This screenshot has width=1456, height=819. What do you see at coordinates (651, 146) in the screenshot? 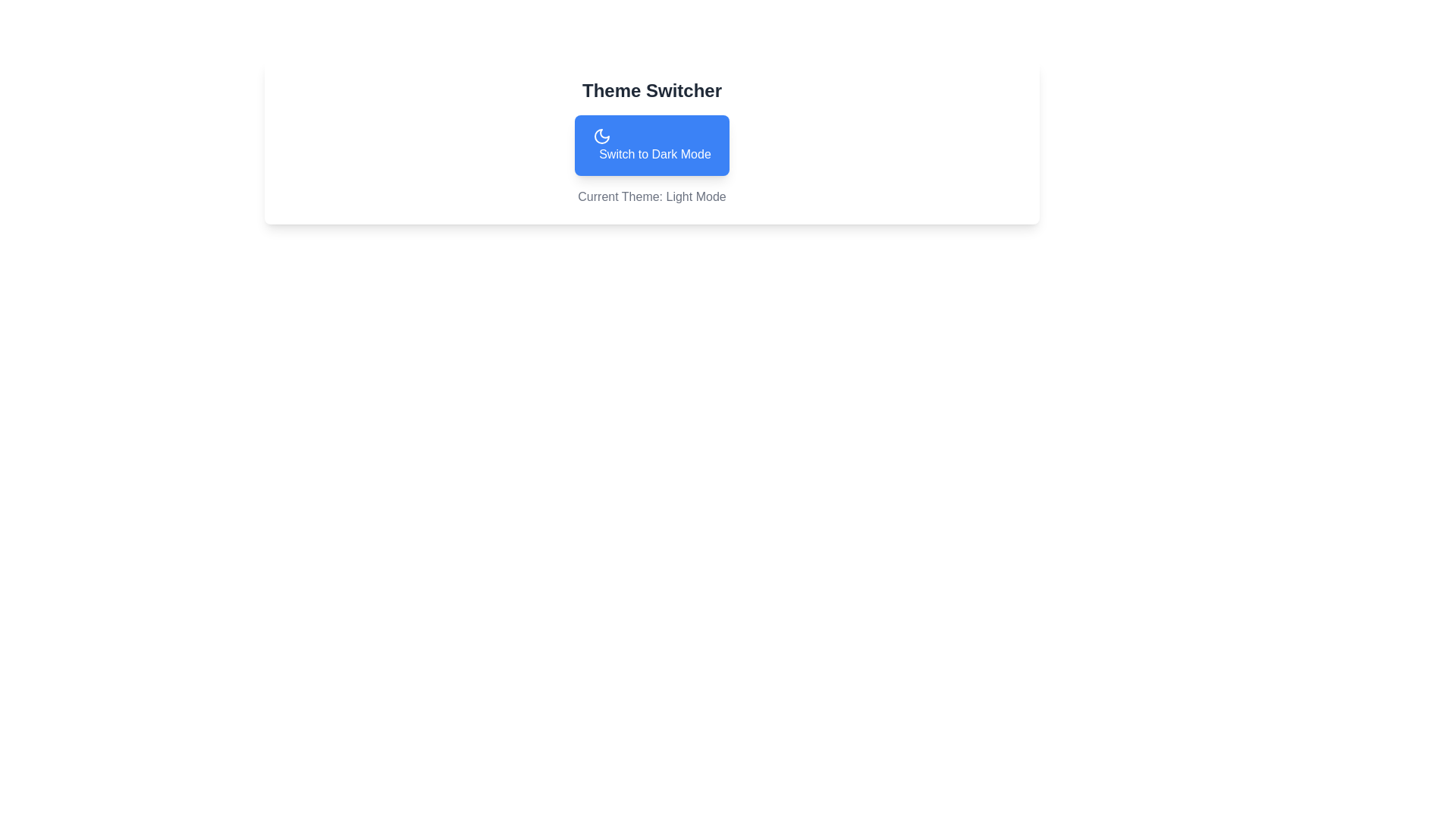
I see `the 'Switch to Dark Mode' button to toggle the theme` at bounding box center [651, 146].